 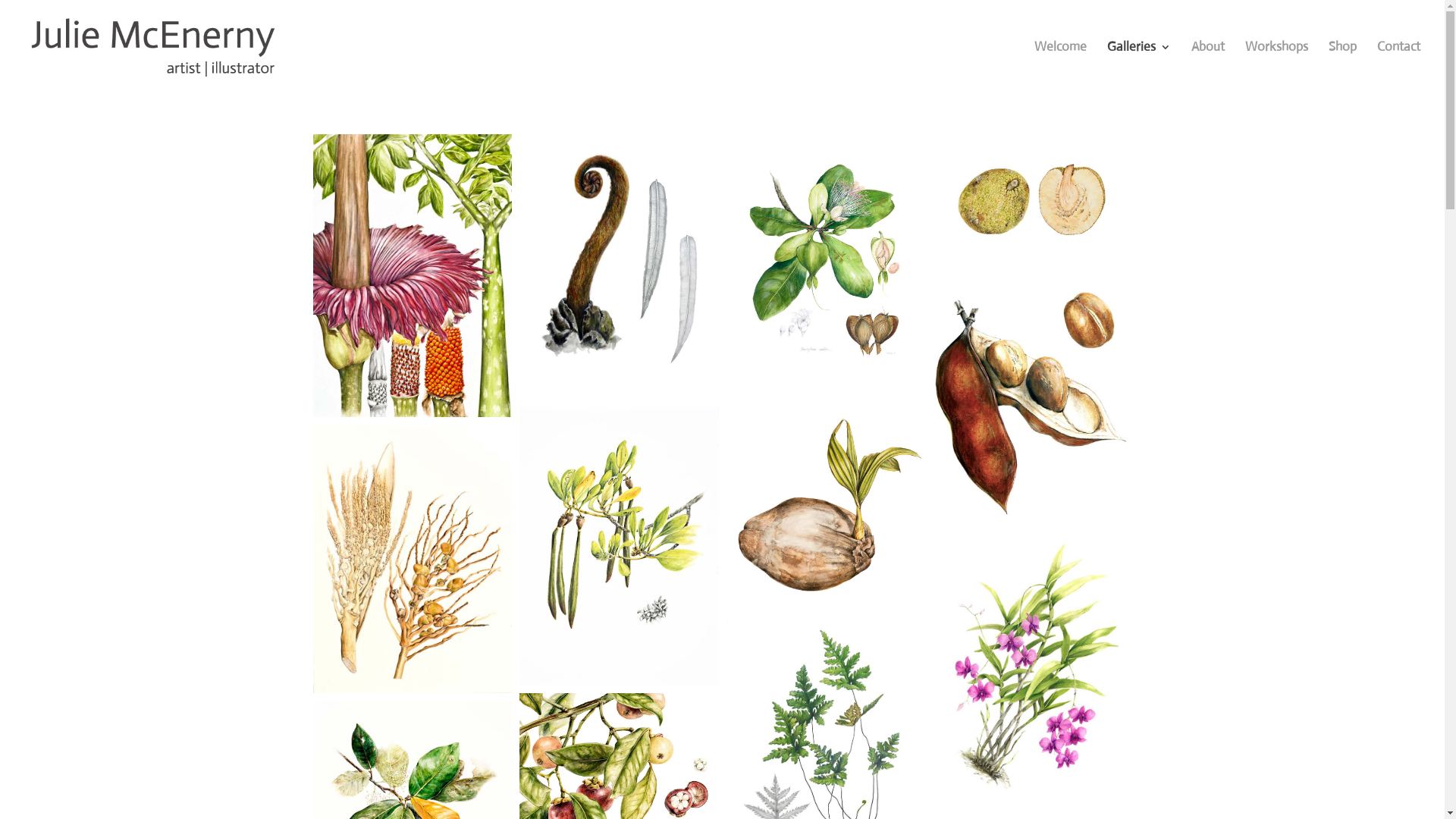 I want to click on 'Castanospermum-australe-seedpod_2009', so click(x=931, y=403).